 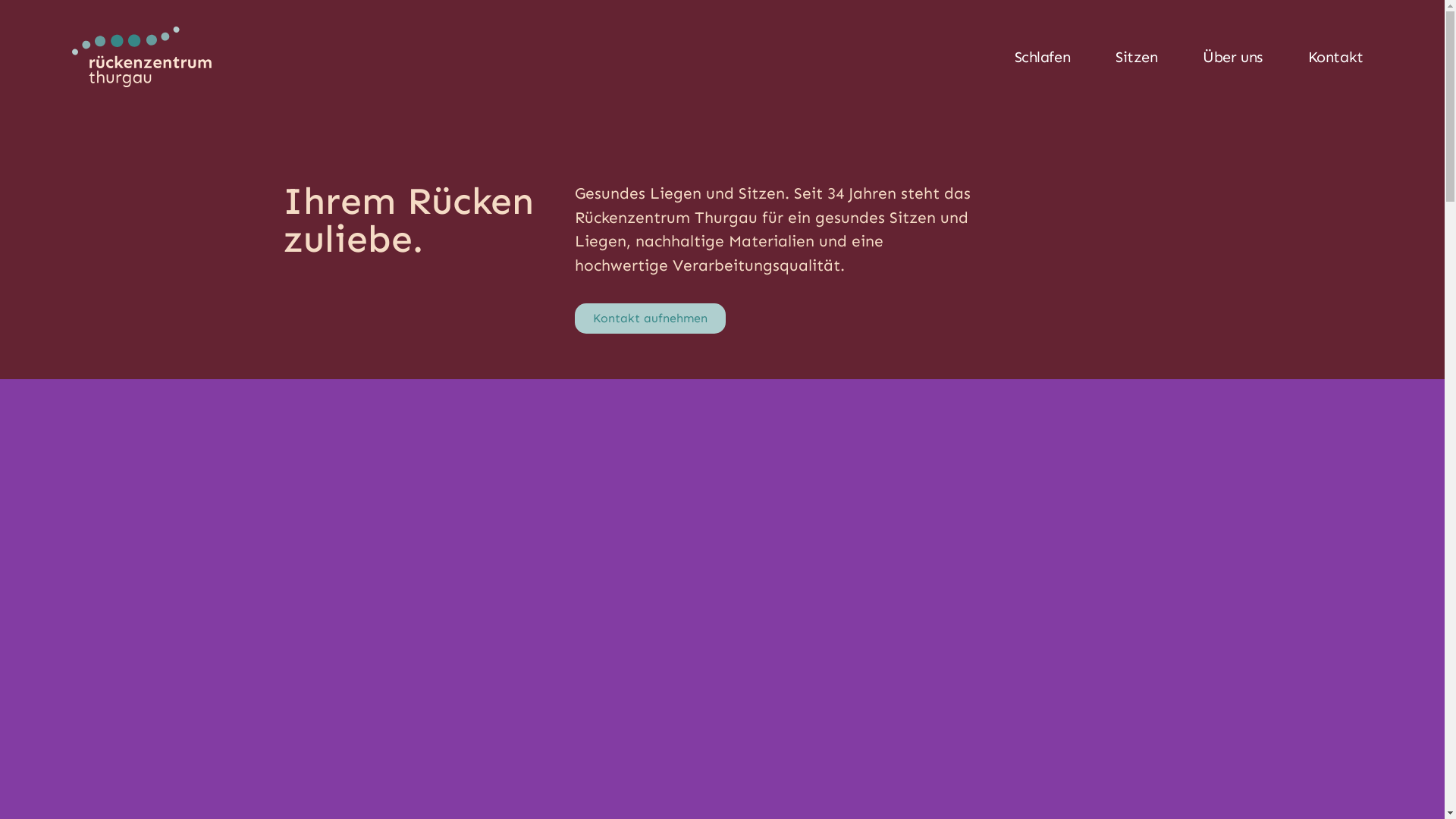 I want to click on 'Kontakt', so click(x=1335, y=55).